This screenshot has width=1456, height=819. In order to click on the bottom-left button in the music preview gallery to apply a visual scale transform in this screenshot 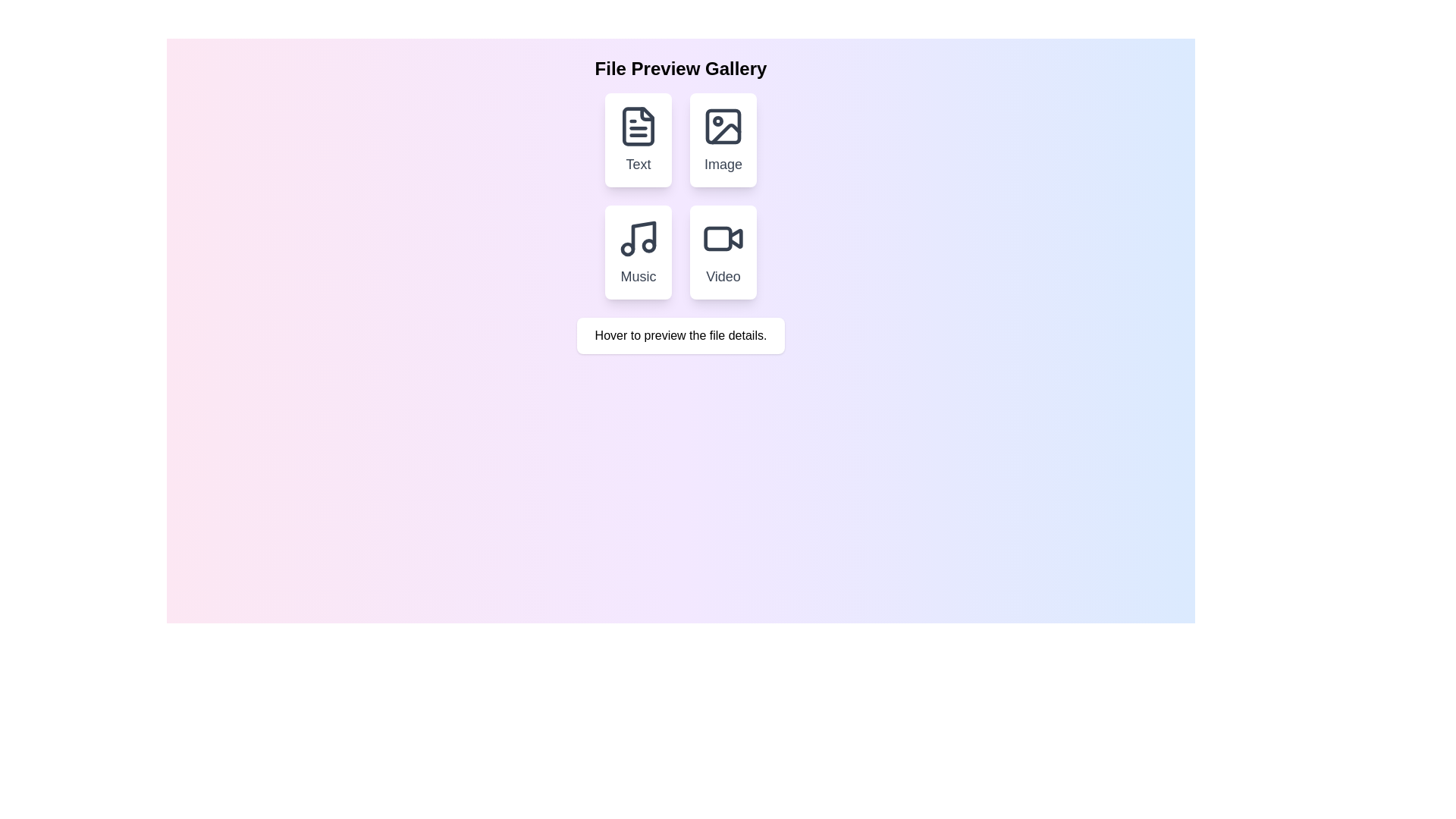, I will do `click(638, 251)`.